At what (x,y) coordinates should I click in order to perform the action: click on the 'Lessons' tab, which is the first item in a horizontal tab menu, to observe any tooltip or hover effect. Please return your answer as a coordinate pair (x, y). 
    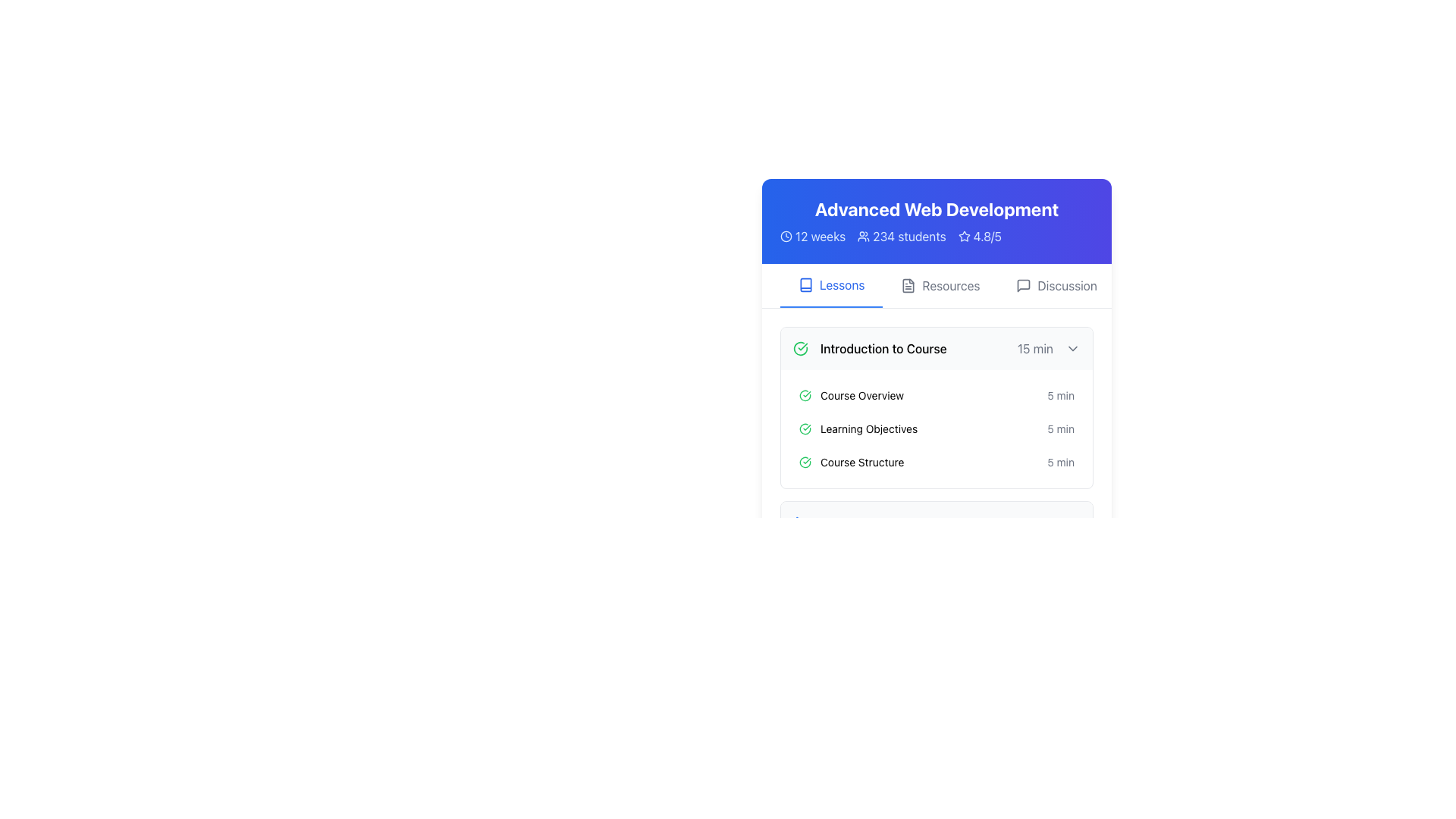
    Looking at the image, I should click on (830, 286).